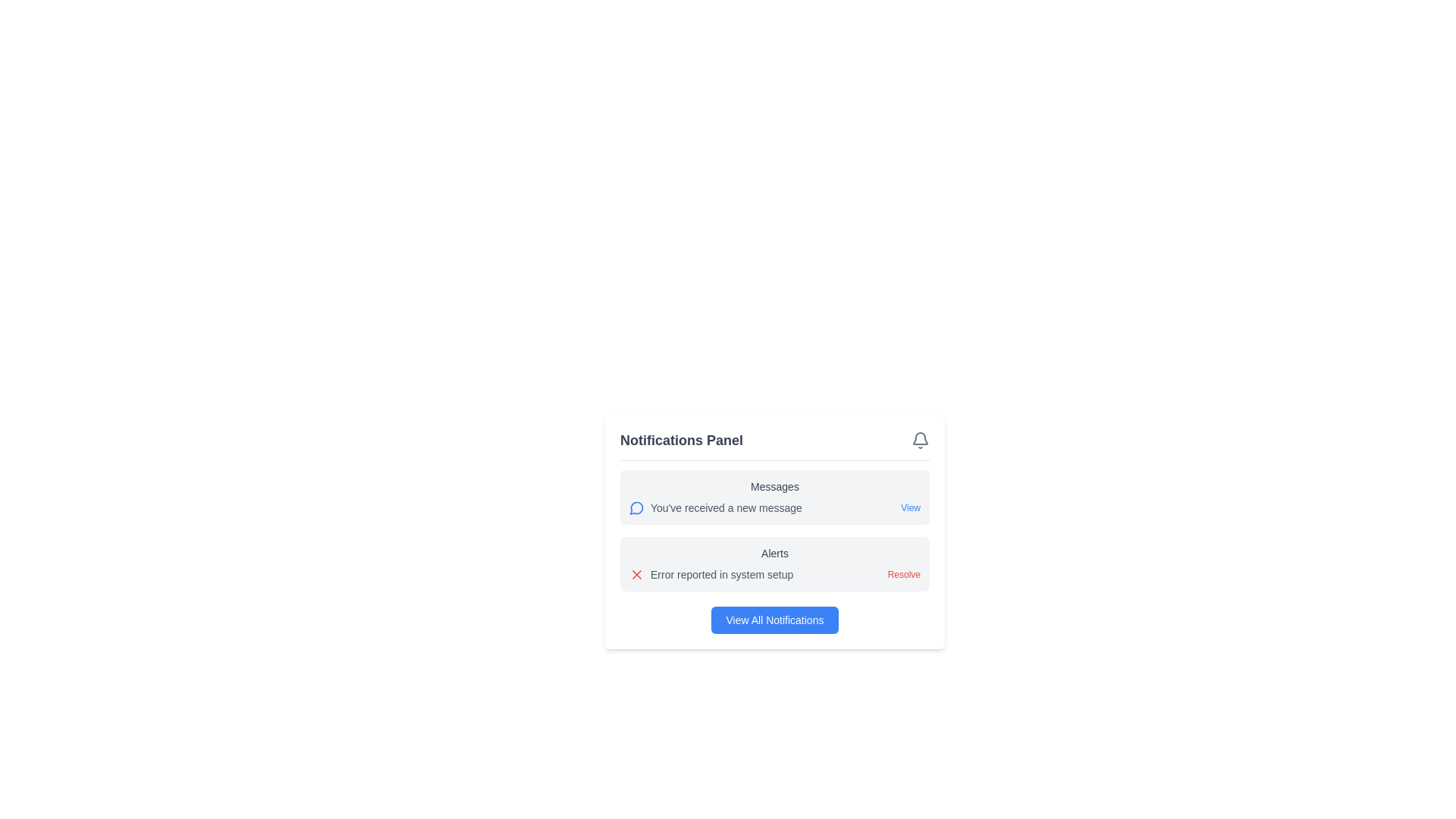  What do you see at coordinates (725, 508) in the screenshot?
I see `text label displaying 'You've received a new message.' located in the notification message panel under the 'Messages' section` at bounding box center [725, 508].